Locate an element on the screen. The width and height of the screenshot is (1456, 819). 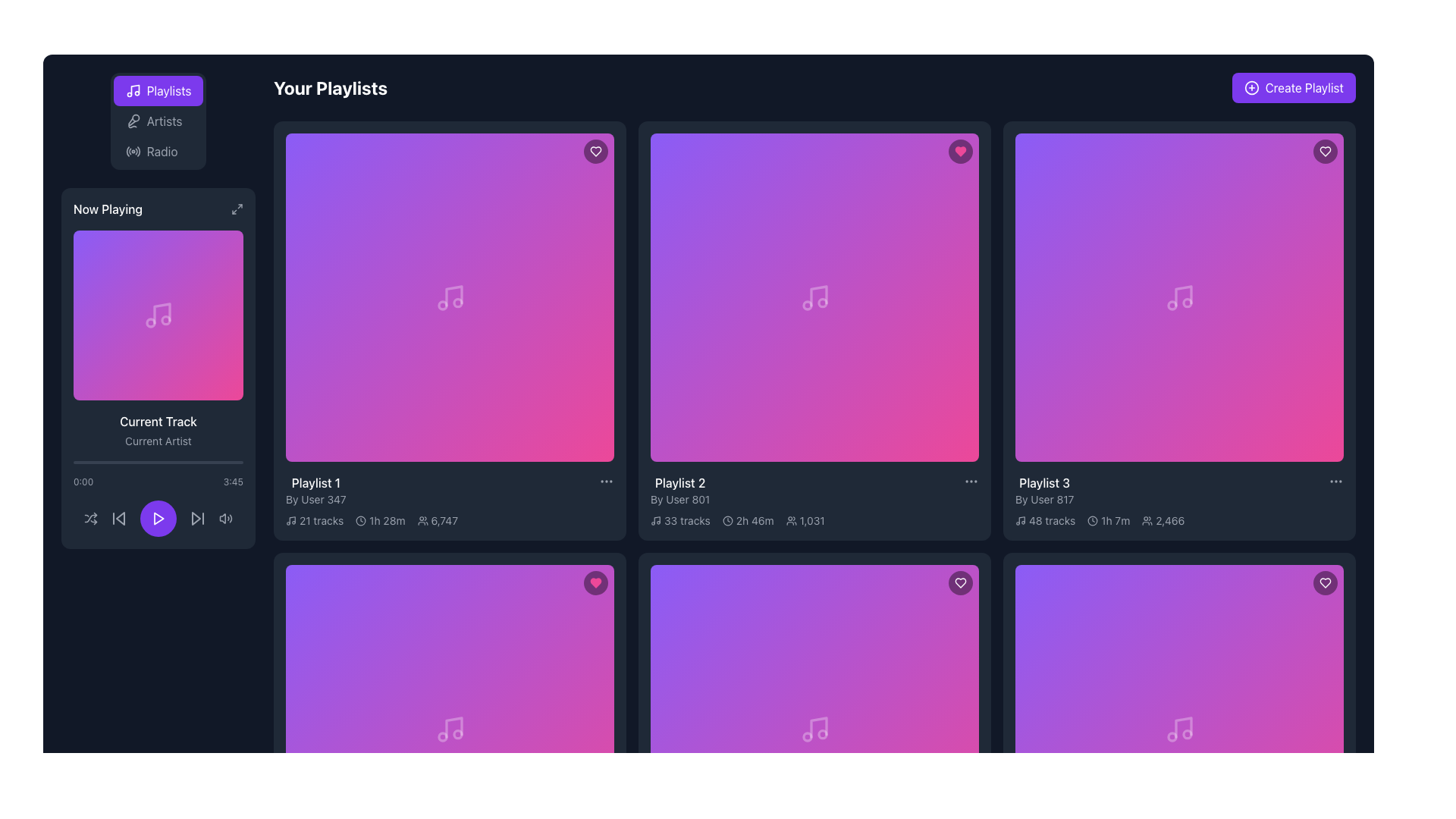
text label displaying '33 tracks' located below 'Playlist 2' and to the right of the musical note icon to understand the track count is located at coordinates (686, 519).